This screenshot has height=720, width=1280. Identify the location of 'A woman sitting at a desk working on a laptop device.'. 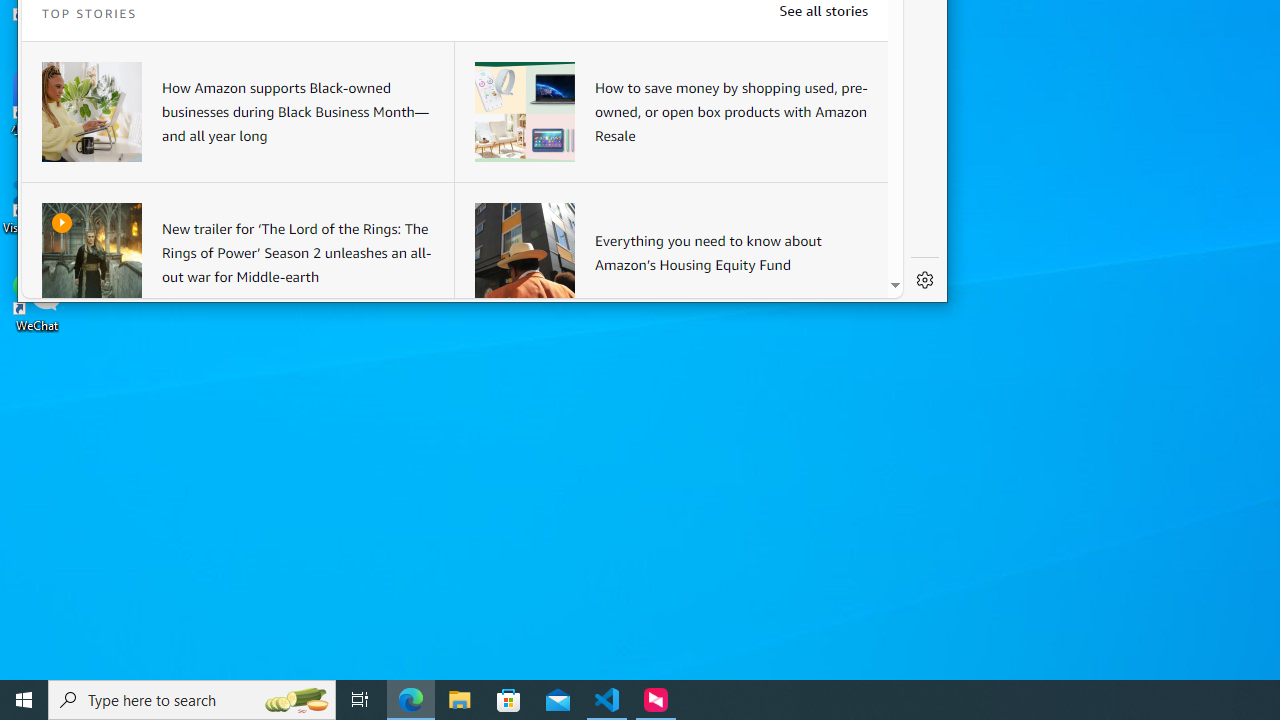
(91, 111).